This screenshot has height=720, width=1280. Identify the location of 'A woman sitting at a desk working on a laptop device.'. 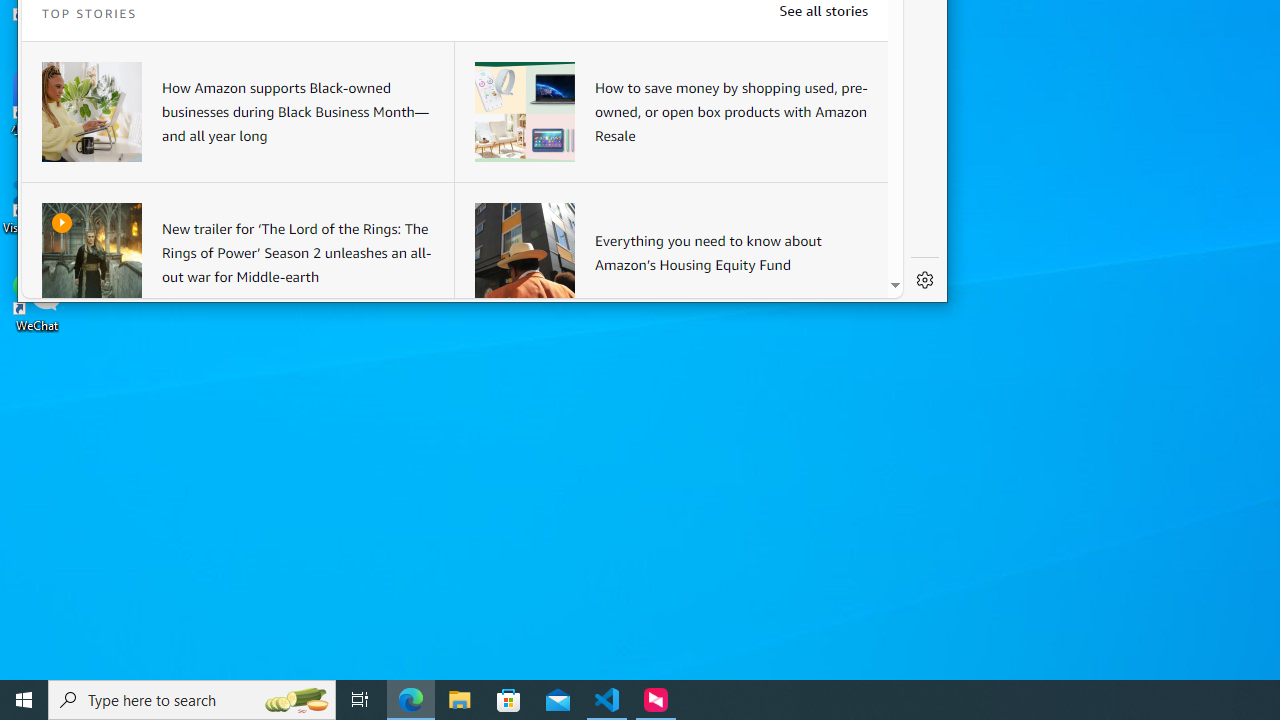
(91, 111).